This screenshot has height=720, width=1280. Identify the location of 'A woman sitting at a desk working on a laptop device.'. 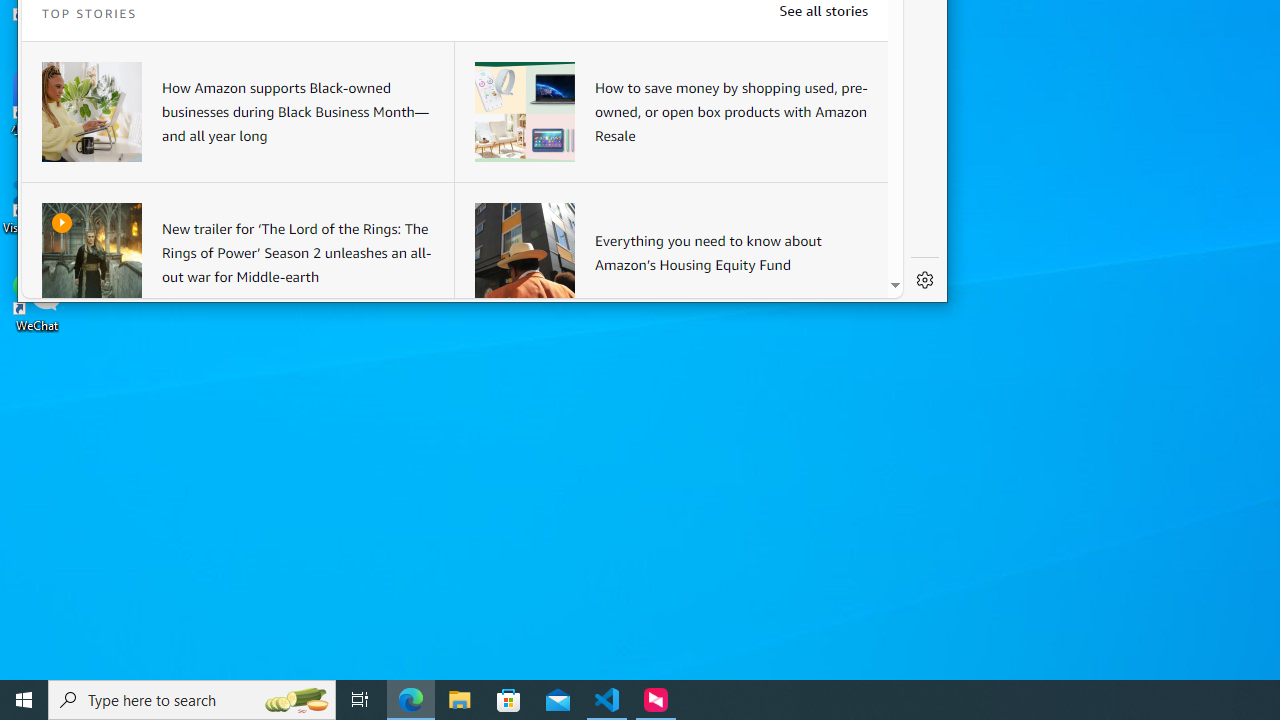
(91, 111).